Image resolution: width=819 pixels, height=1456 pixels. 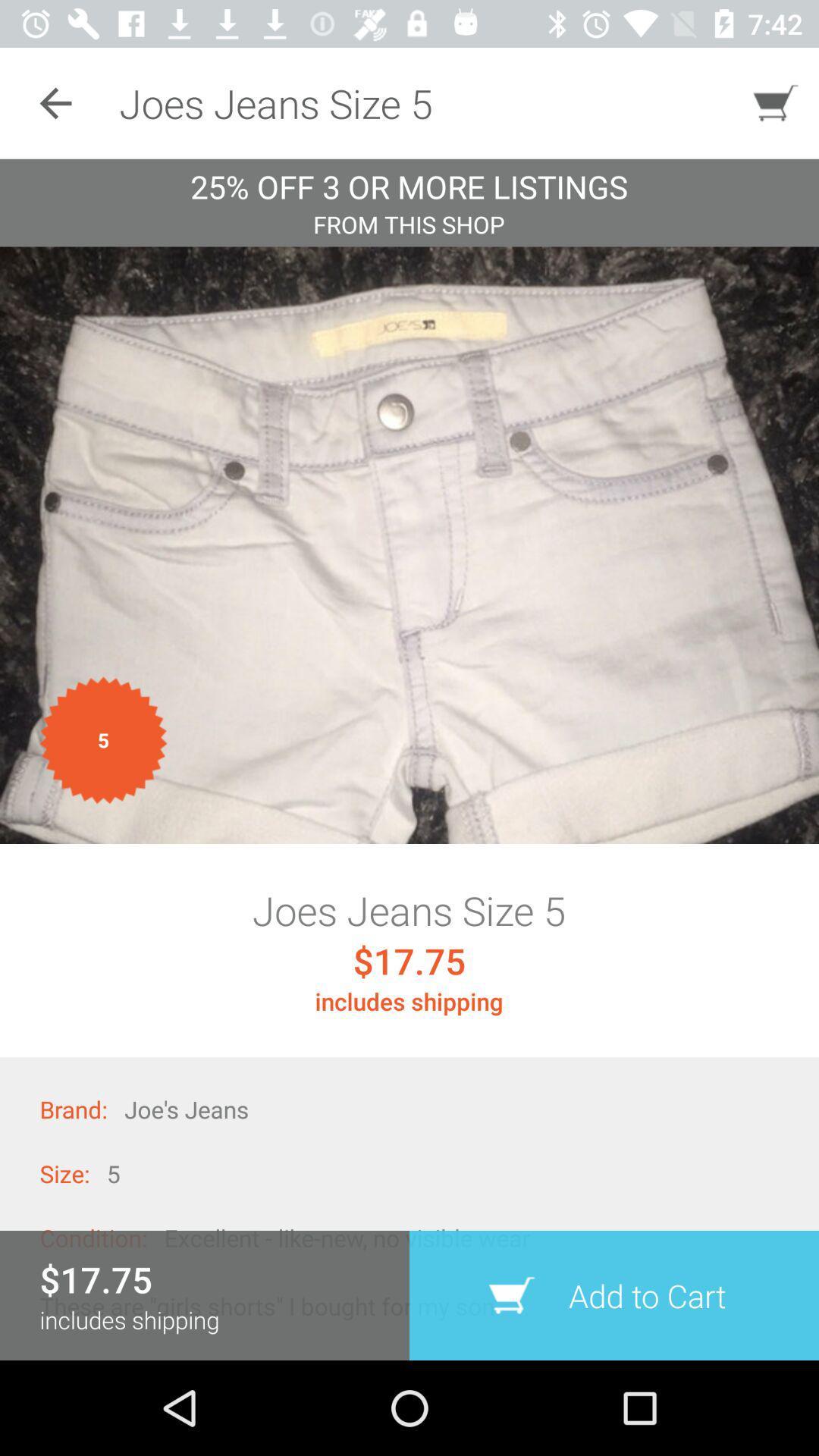 What do you see at coordinates (409, 545) in the screenshot?
I see `item picture` at bounding box center [409, 545].